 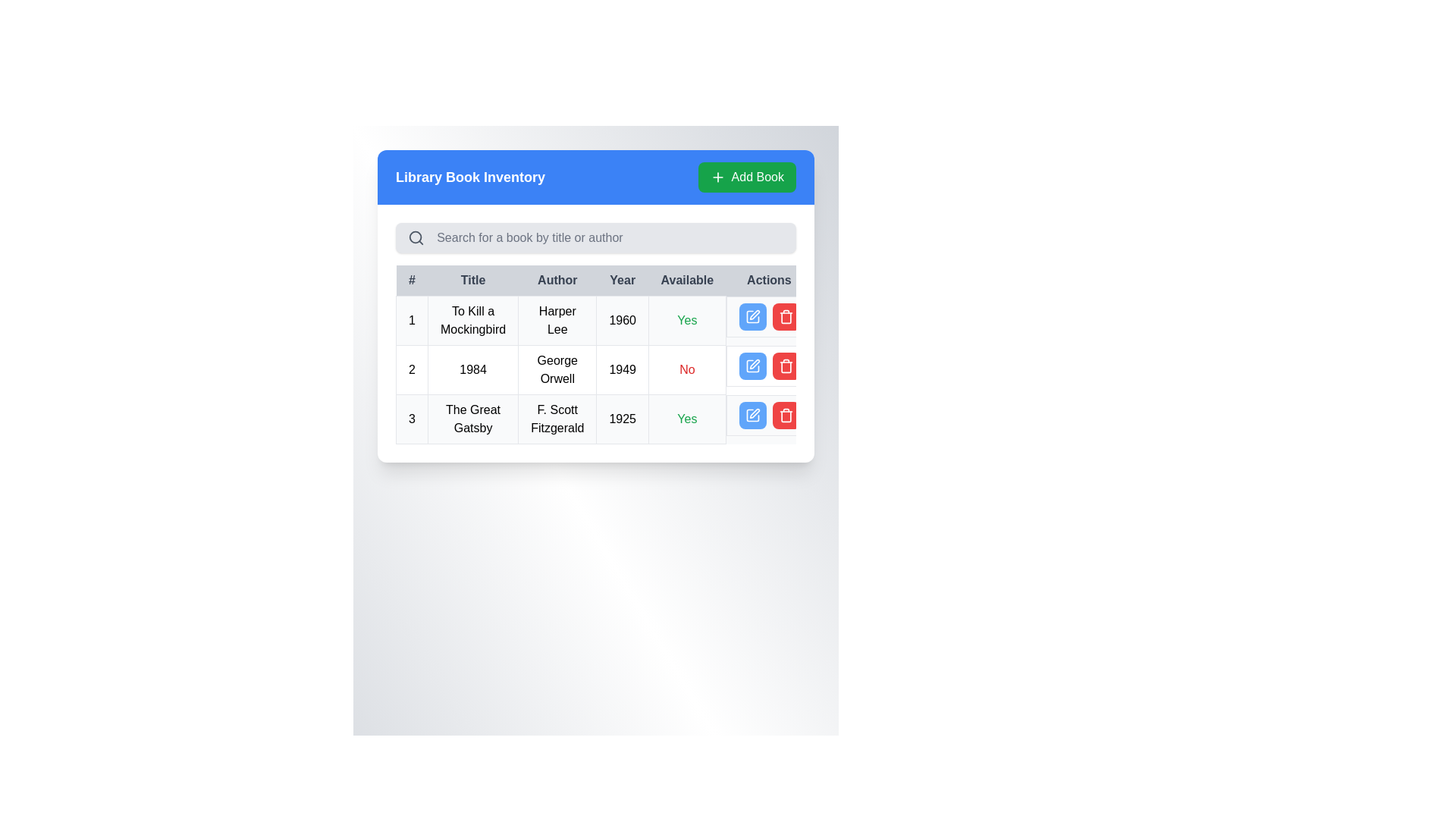 I want to click on the text element displaying 'No' in red color, located in the 'Available' column of the second row corresponding to the book '1984', so click(x=686, y=369).